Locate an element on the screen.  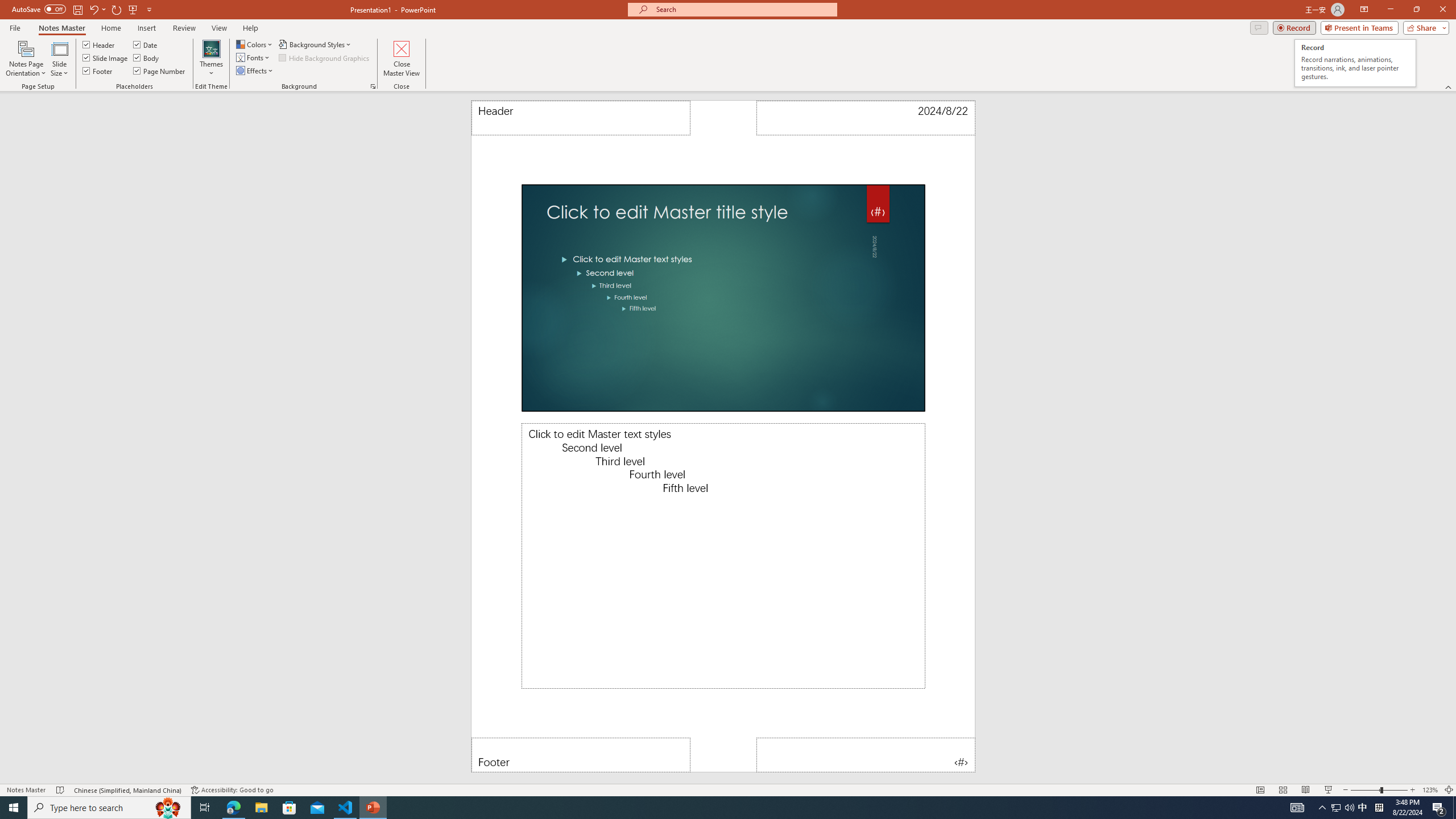
'Page Number' is located at coordinates (160, 69).